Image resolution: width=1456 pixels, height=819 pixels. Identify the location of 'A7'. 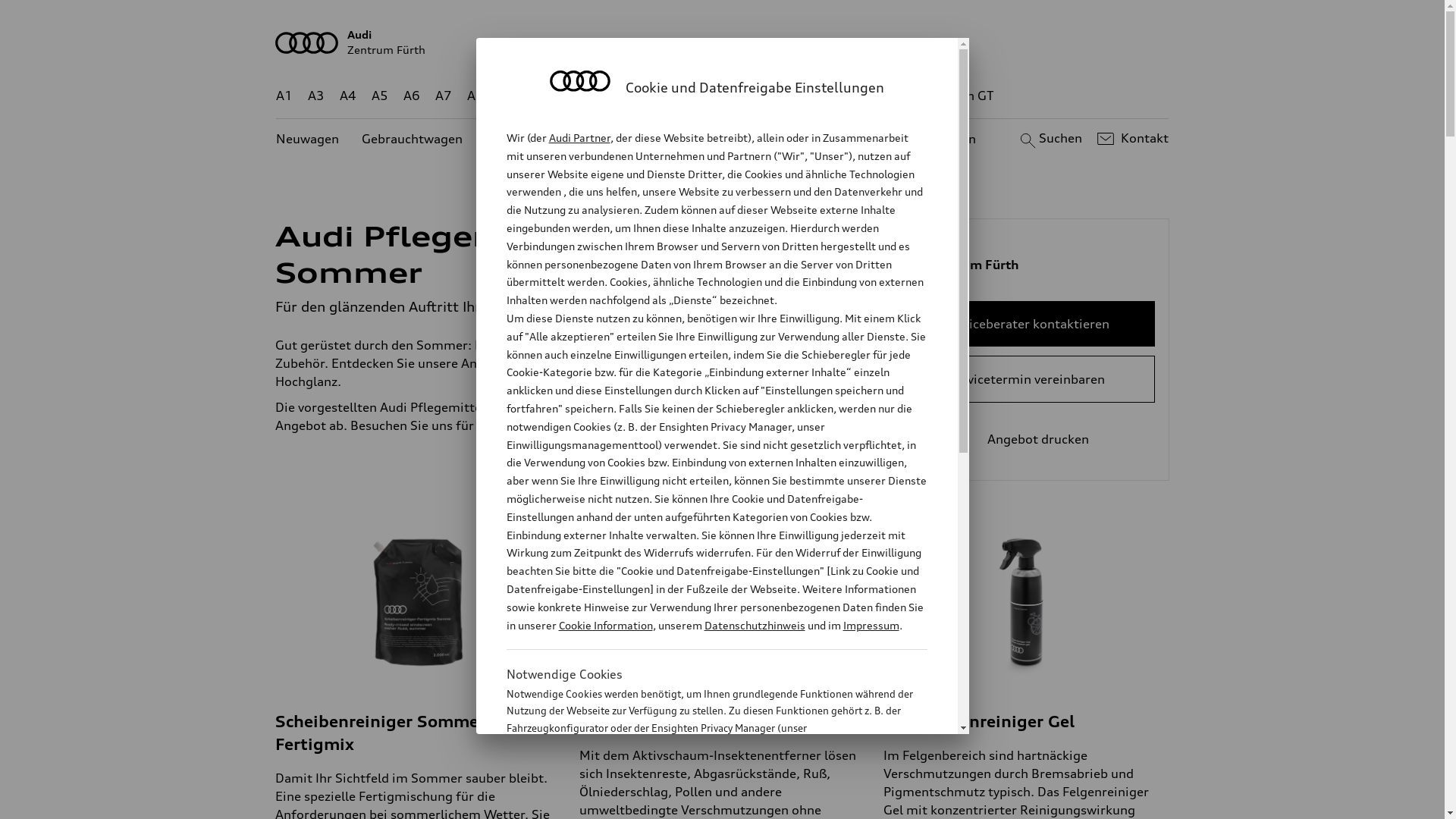
(443, 96).